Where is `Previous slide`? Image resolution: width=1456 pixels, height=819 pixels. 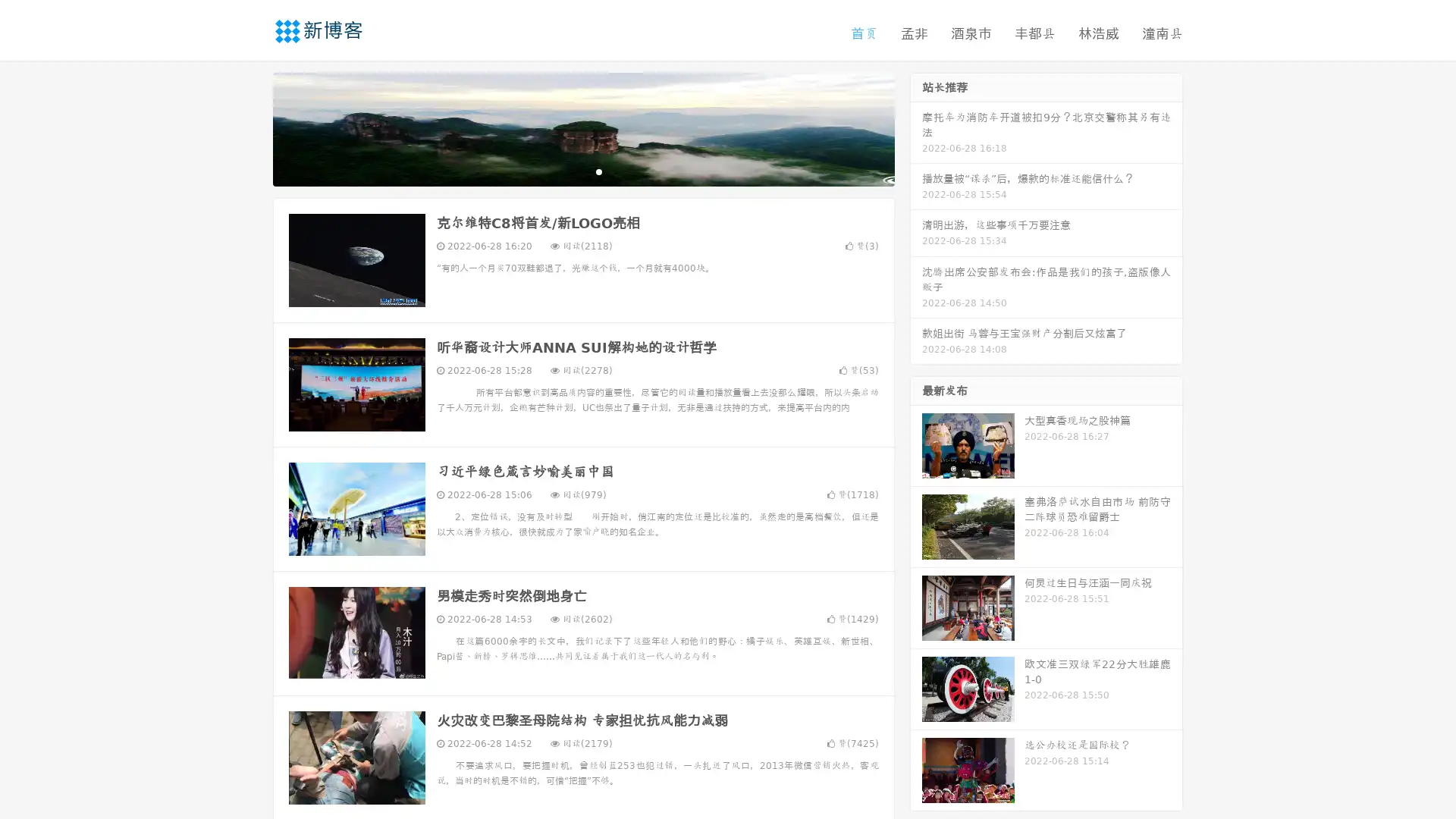 Previous slide is located at coordinates (250, 127).